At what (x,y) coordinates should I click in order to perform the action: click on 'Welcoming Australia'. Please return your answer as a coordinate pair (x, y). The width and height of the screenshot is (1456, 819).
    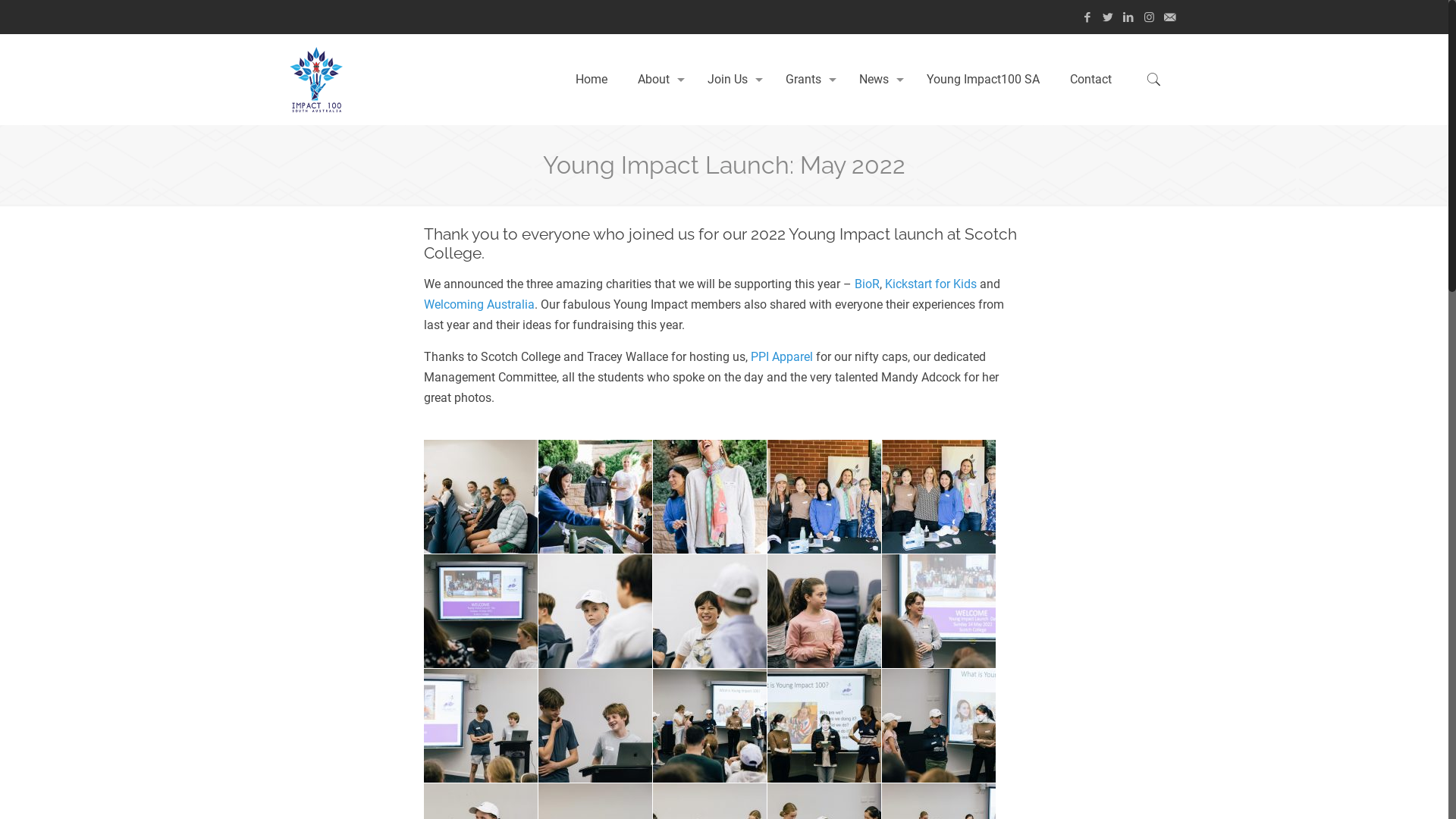
    Looking at the image, I should click on (479, 304).